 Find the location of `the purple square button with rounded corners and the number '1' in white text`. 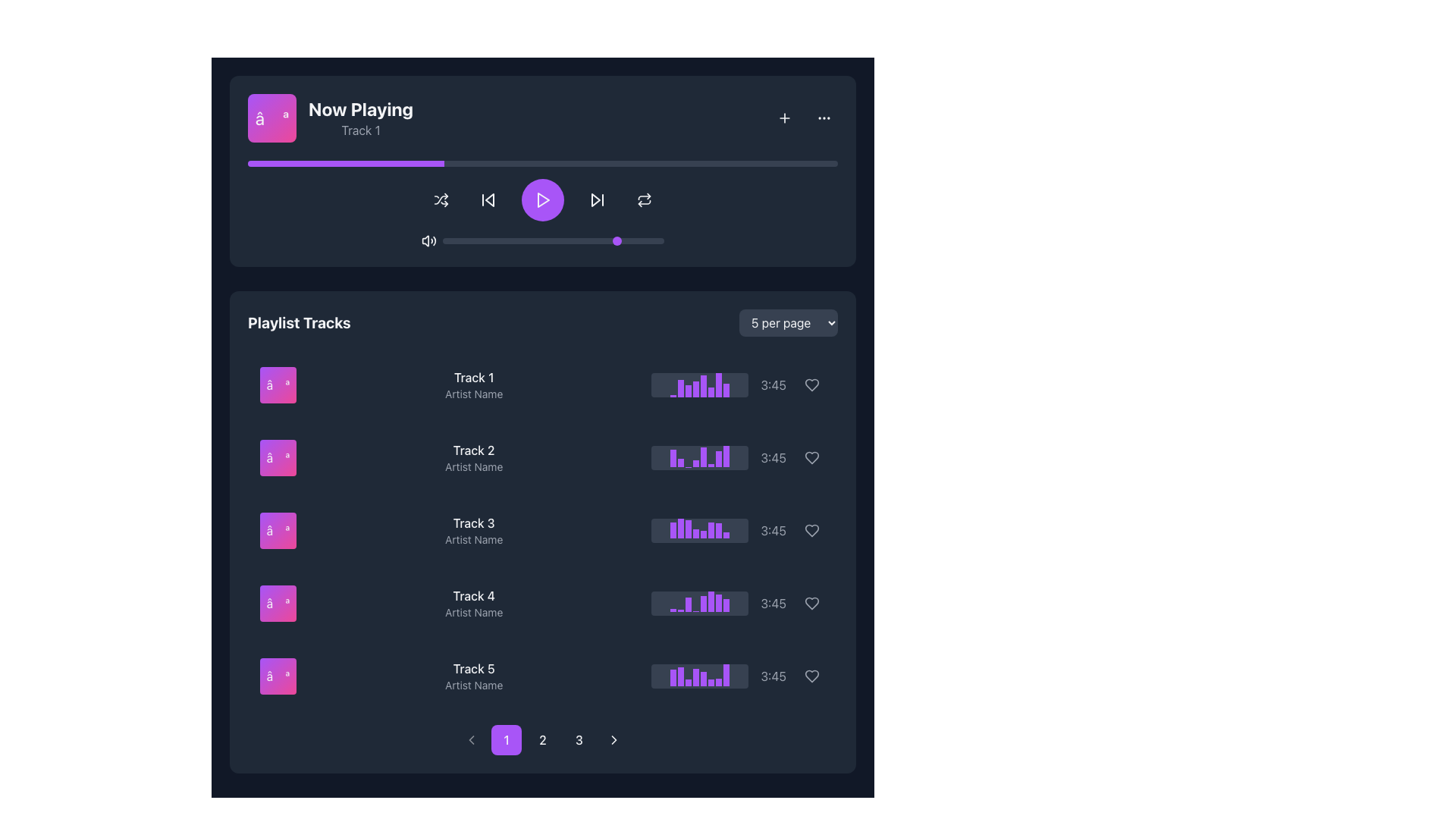

the purple square button with rounded corners and the number '1' in white text is located at coordinates (506, 739).